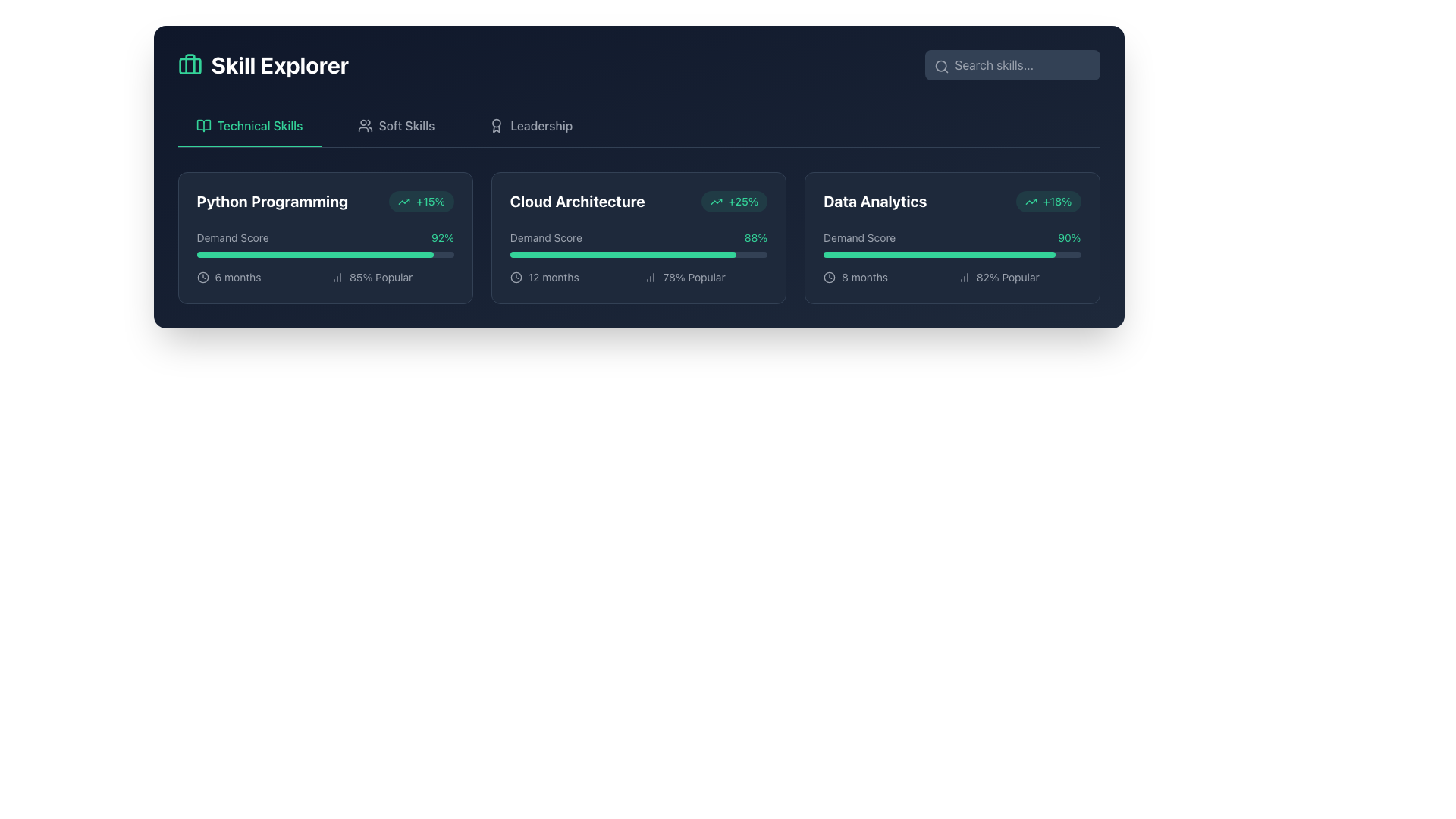  What do you see at coordinates (406, 124) in the screenshot?
I see `the 'Soft Skills' text label in the navigation menu` at bounding box center [406, 124].